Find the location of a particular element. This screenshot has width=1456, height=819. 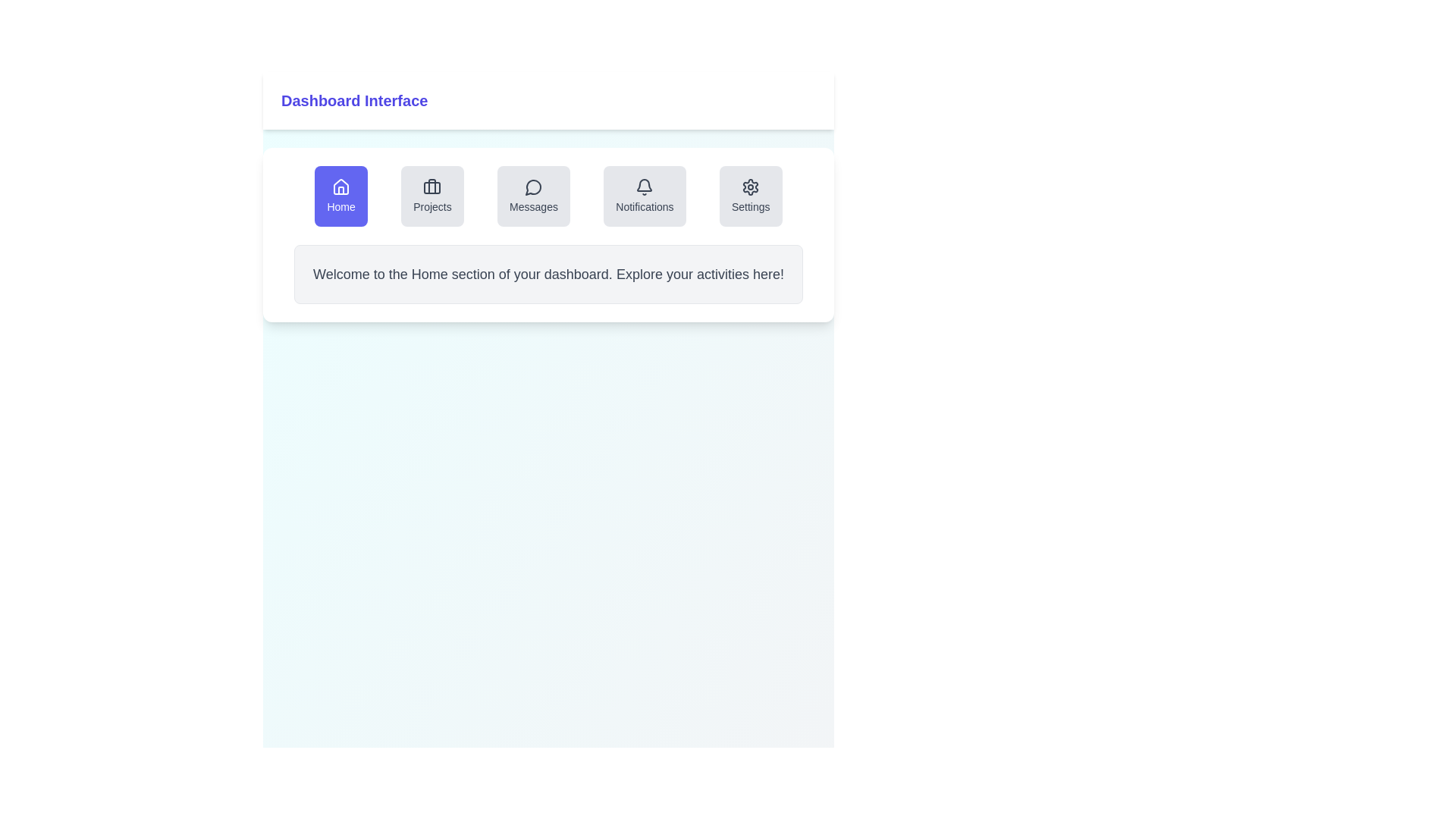

text label that says 'Messages', which is styled in a standard sans-serif font and is part of a button located in the third position from the left among five buttons is located at coordinates (534, 207).